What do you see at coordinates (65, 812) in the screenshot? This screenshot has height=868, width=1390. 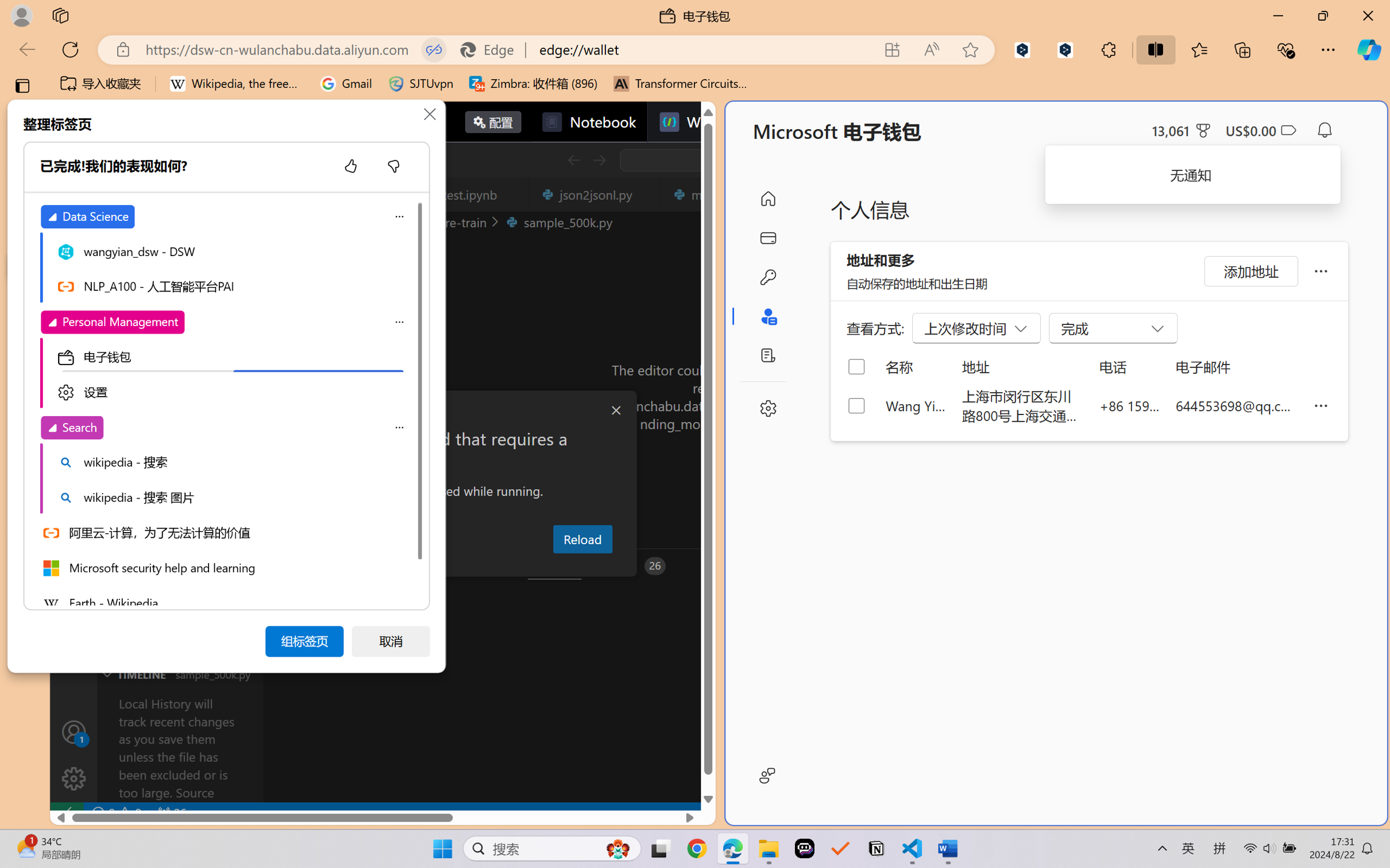 I see `'remote'` at bounding box center [65, 812].